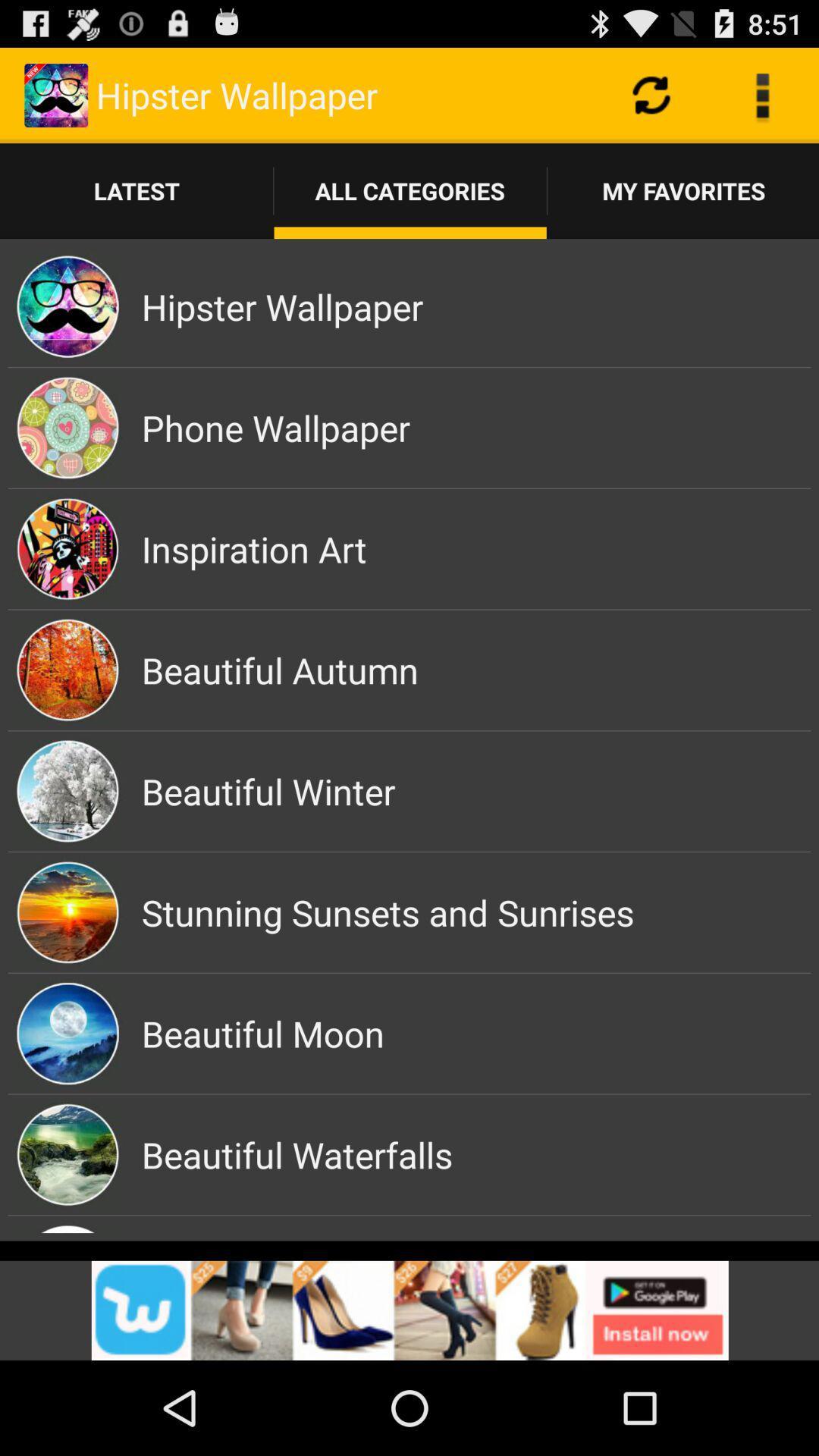 This screenshot has height=1456, width=819. What do you see at coordinates (409, 1310) in the screenshot?
I see `advertisements` at bounding box center [409, 1310].